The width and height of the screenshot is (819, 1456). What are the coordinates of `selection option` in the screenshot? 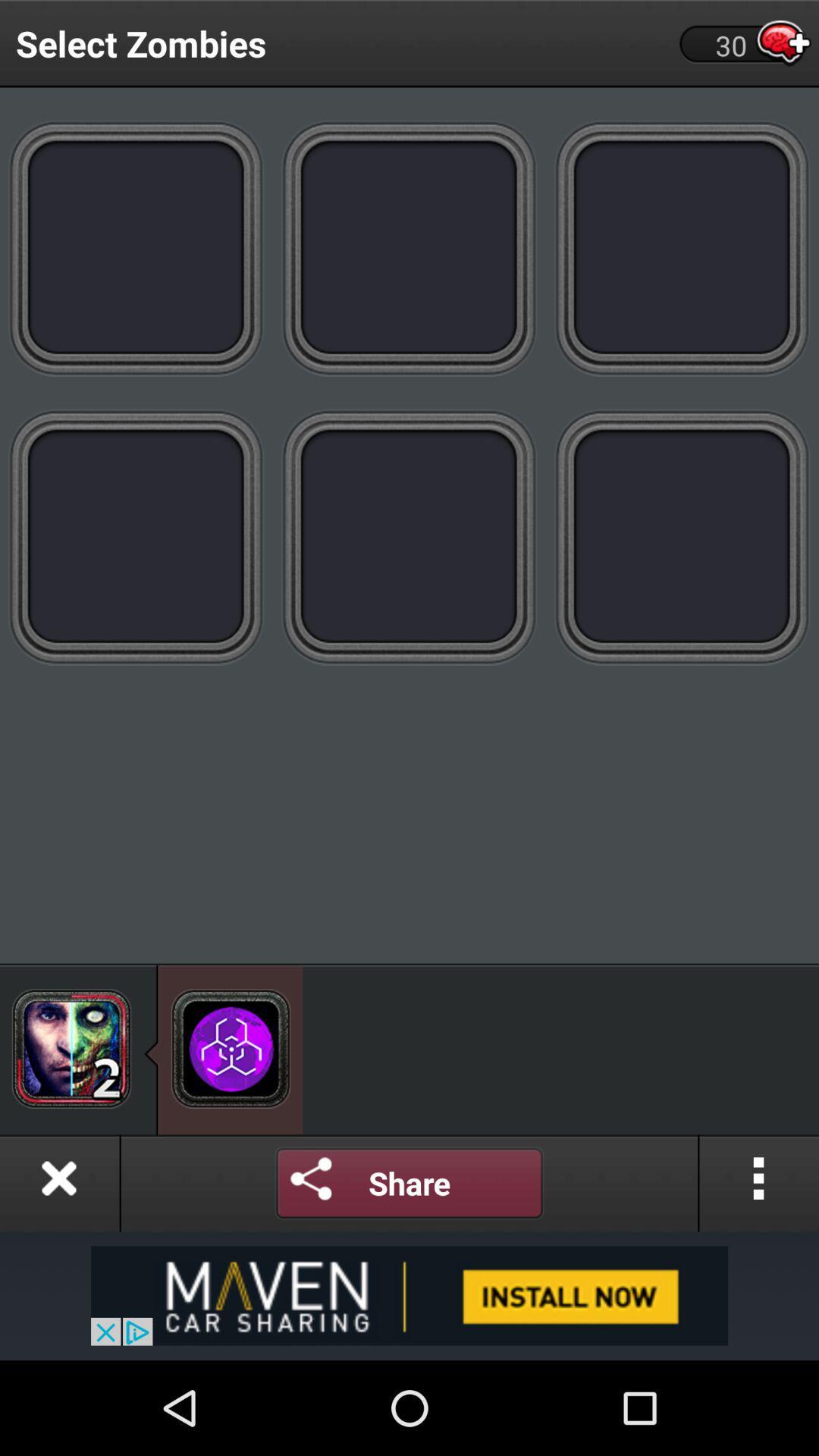 It's located at (681, 247).